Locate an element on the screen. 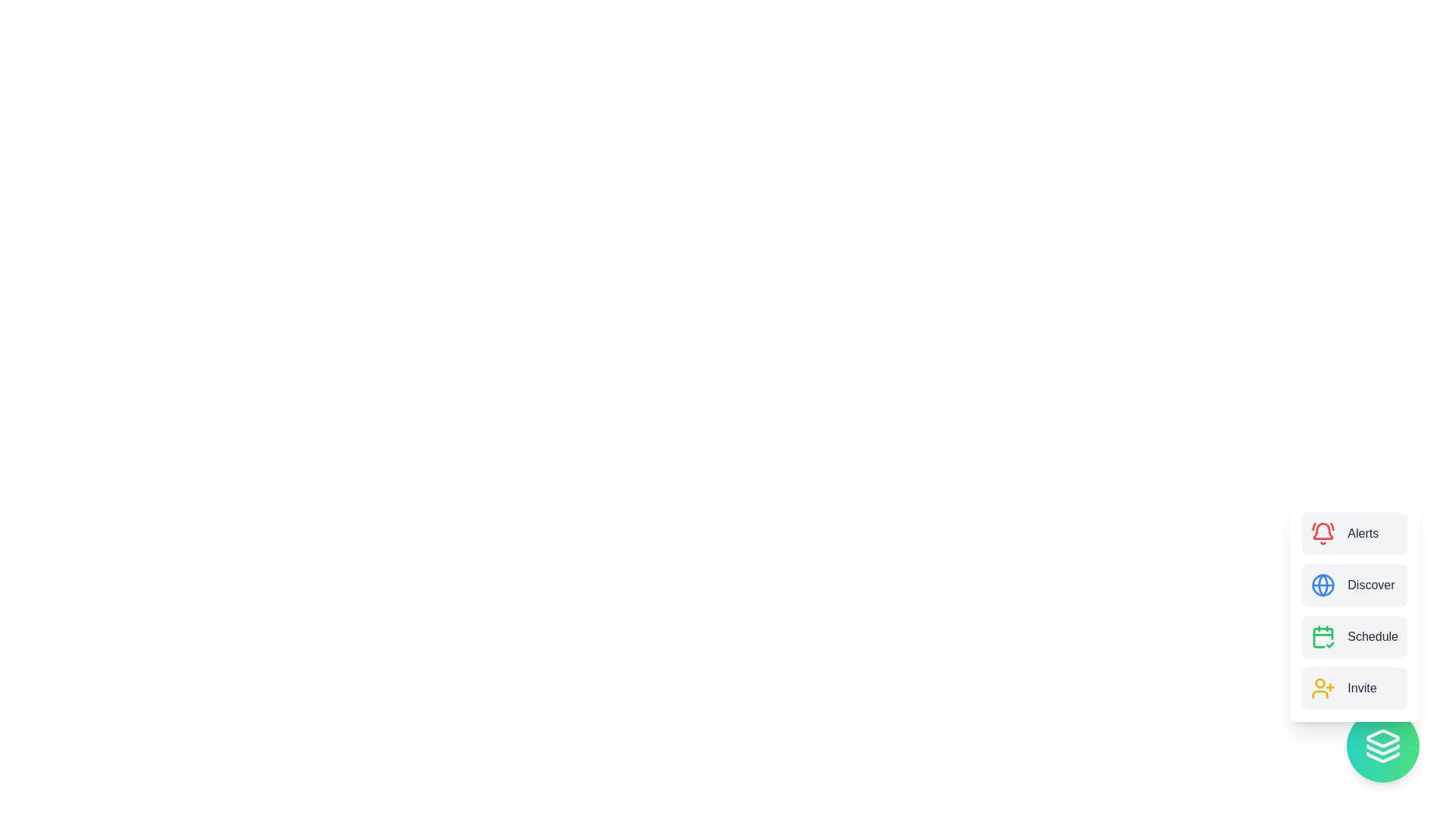 The image size is (1456, 819). the 'Alerts' button to select it is located at coordinates (1354, 533).